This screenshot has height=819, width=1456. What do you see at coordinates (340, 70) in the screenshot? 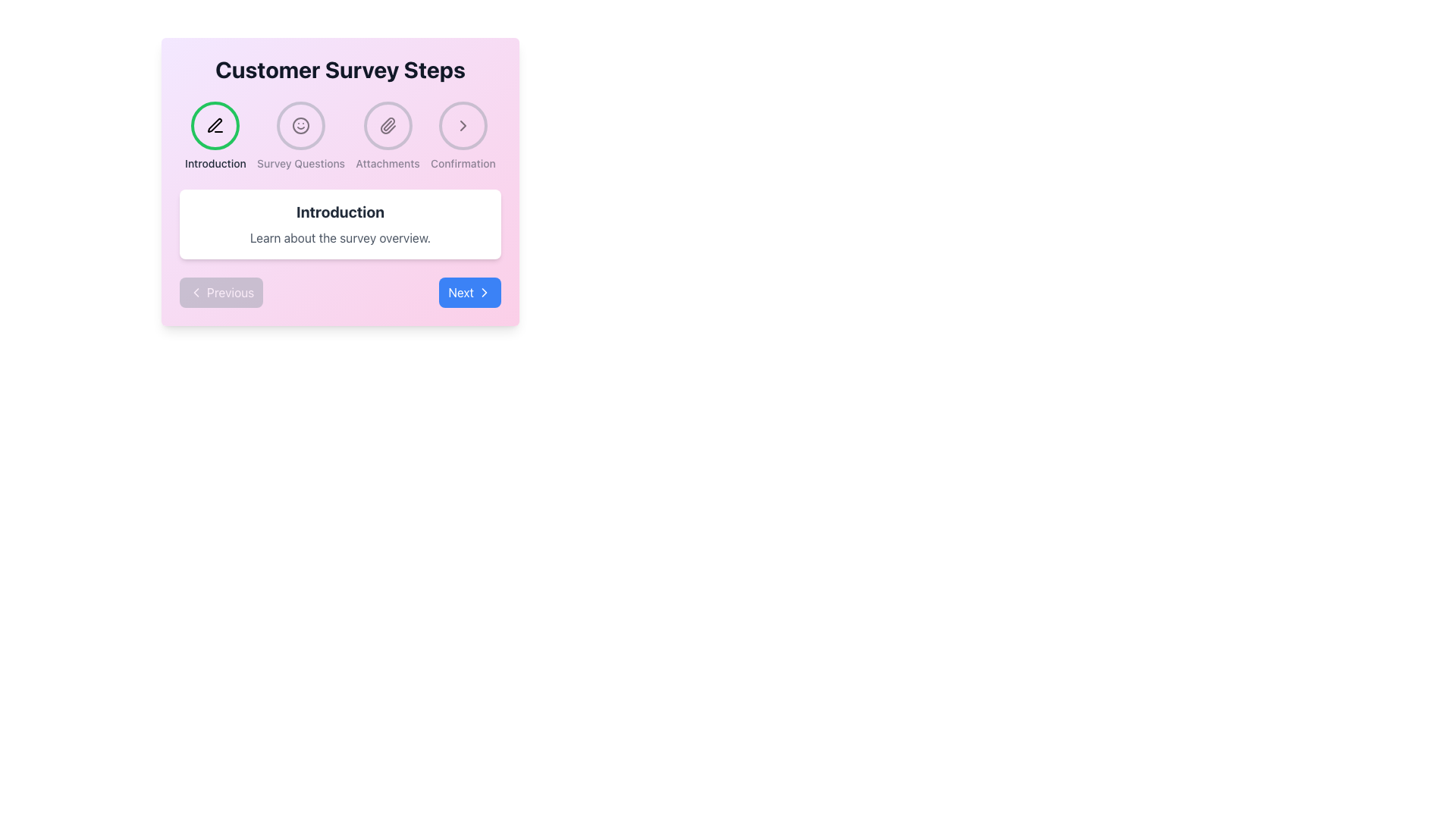
I see `the bold text label reading 'Customer Survey Steps' at the top of the module, which is centered horizontally` at bounding box center [340, 70].